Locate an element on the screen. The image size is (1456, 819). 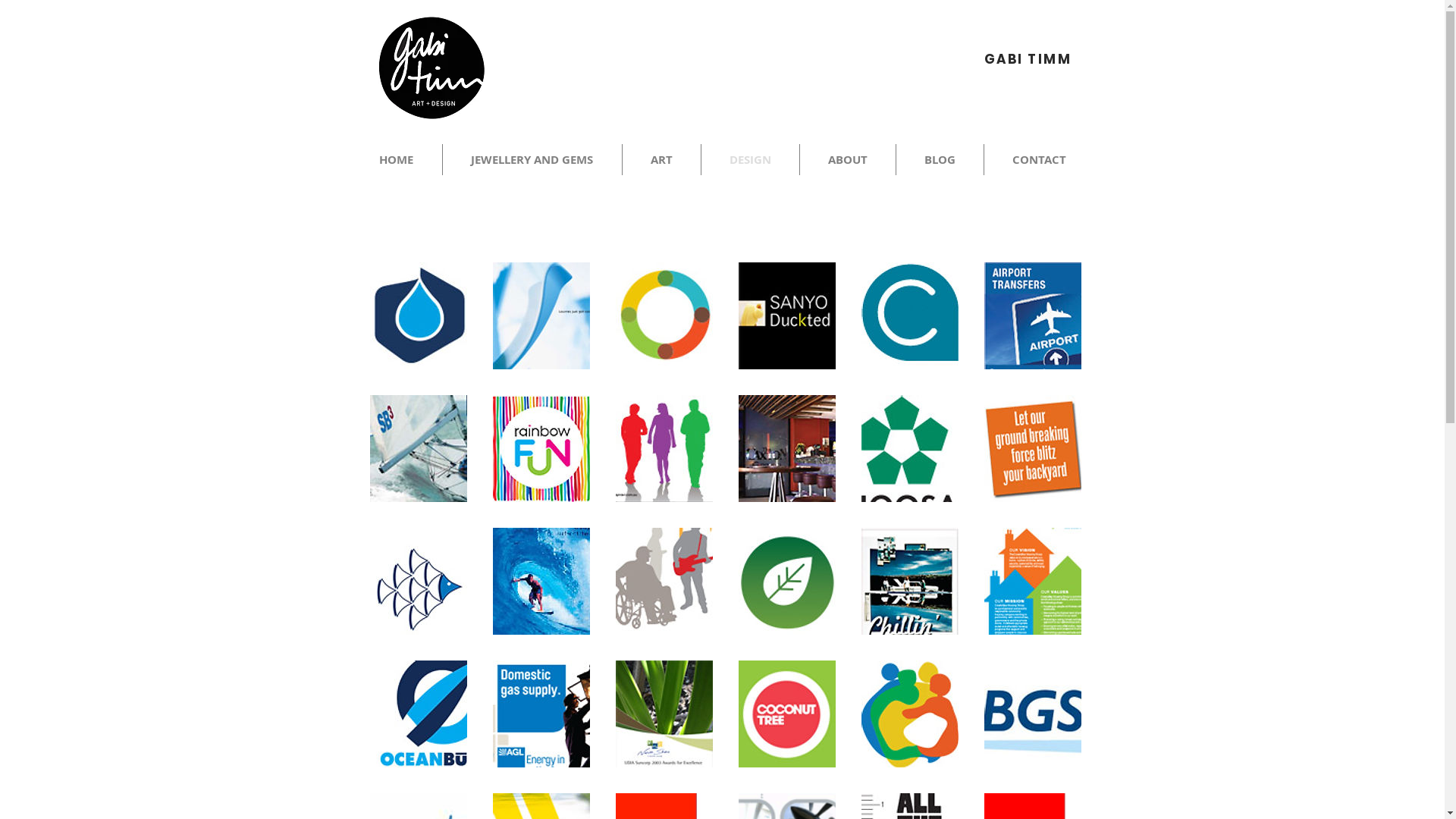
'ABOUT' is located at coordinates (799, 159).